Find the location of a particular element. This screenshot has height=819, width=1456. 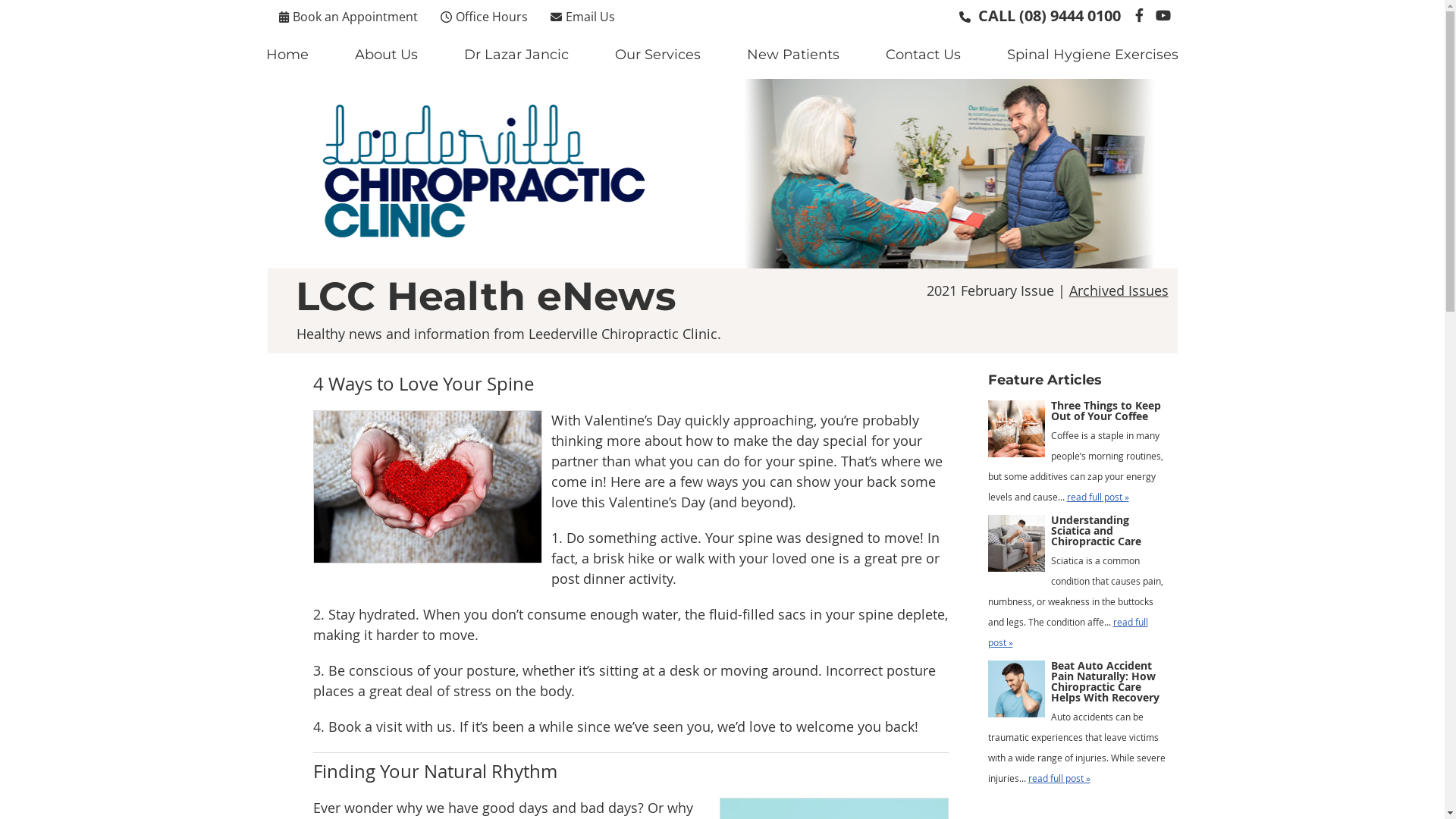

'Our Services' is located at coordinates (658, 54).